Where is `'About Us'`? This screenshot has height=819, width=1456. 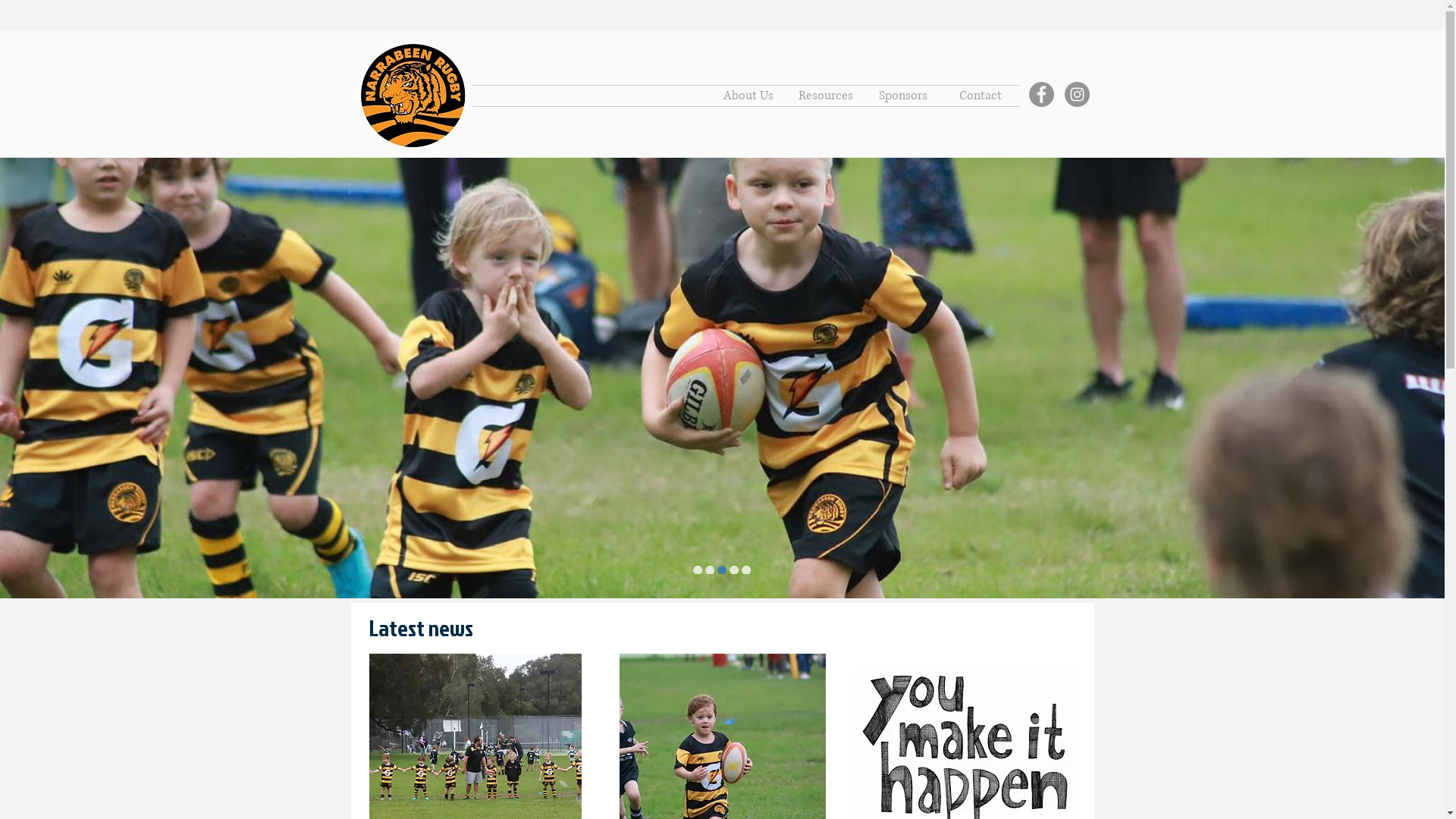 'About Us' is located at coordinates (748, 96).